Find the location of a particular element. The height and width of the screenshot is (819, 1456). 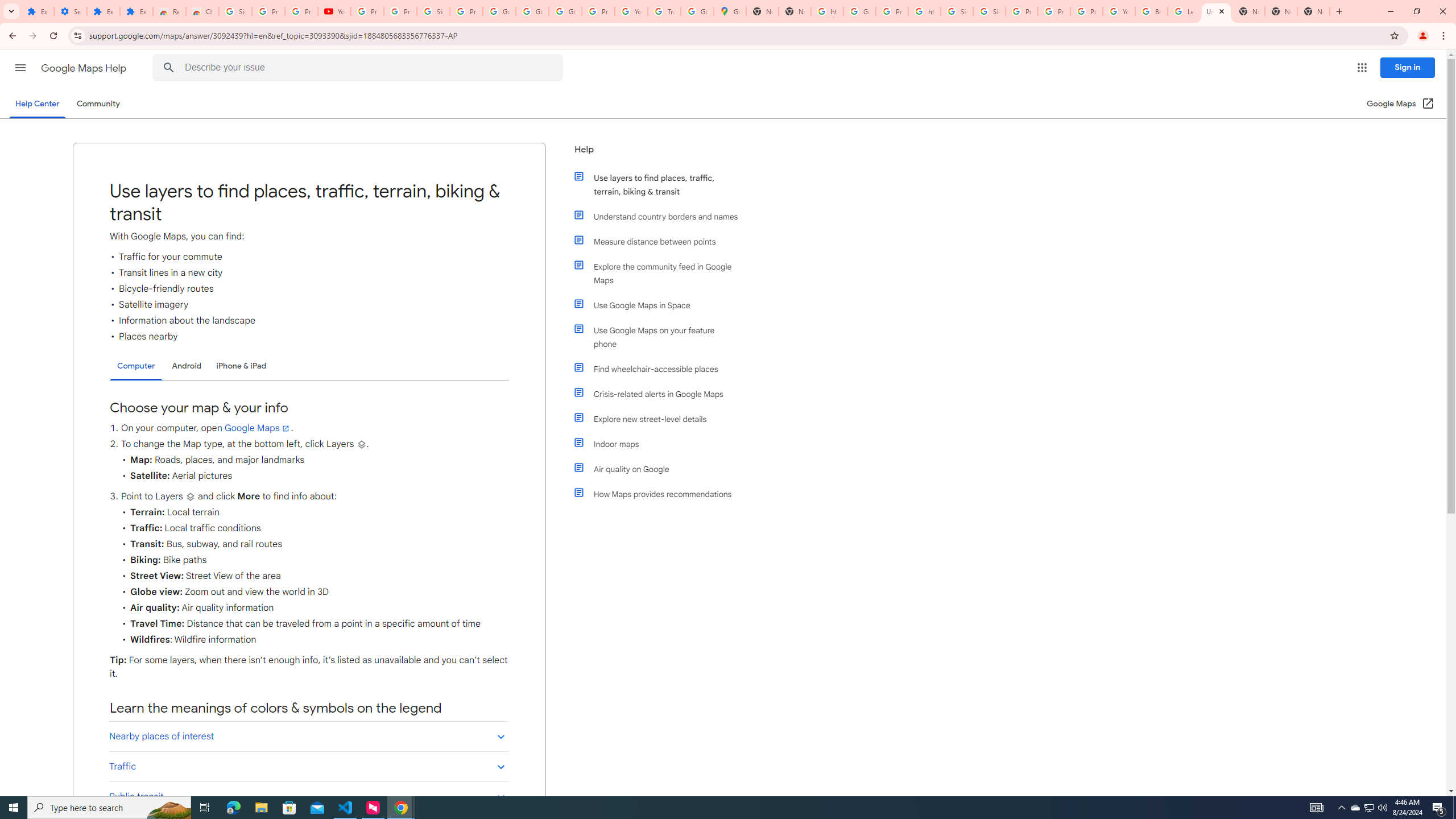

'Nearby places of interest' is located at coordinates (308, 736).